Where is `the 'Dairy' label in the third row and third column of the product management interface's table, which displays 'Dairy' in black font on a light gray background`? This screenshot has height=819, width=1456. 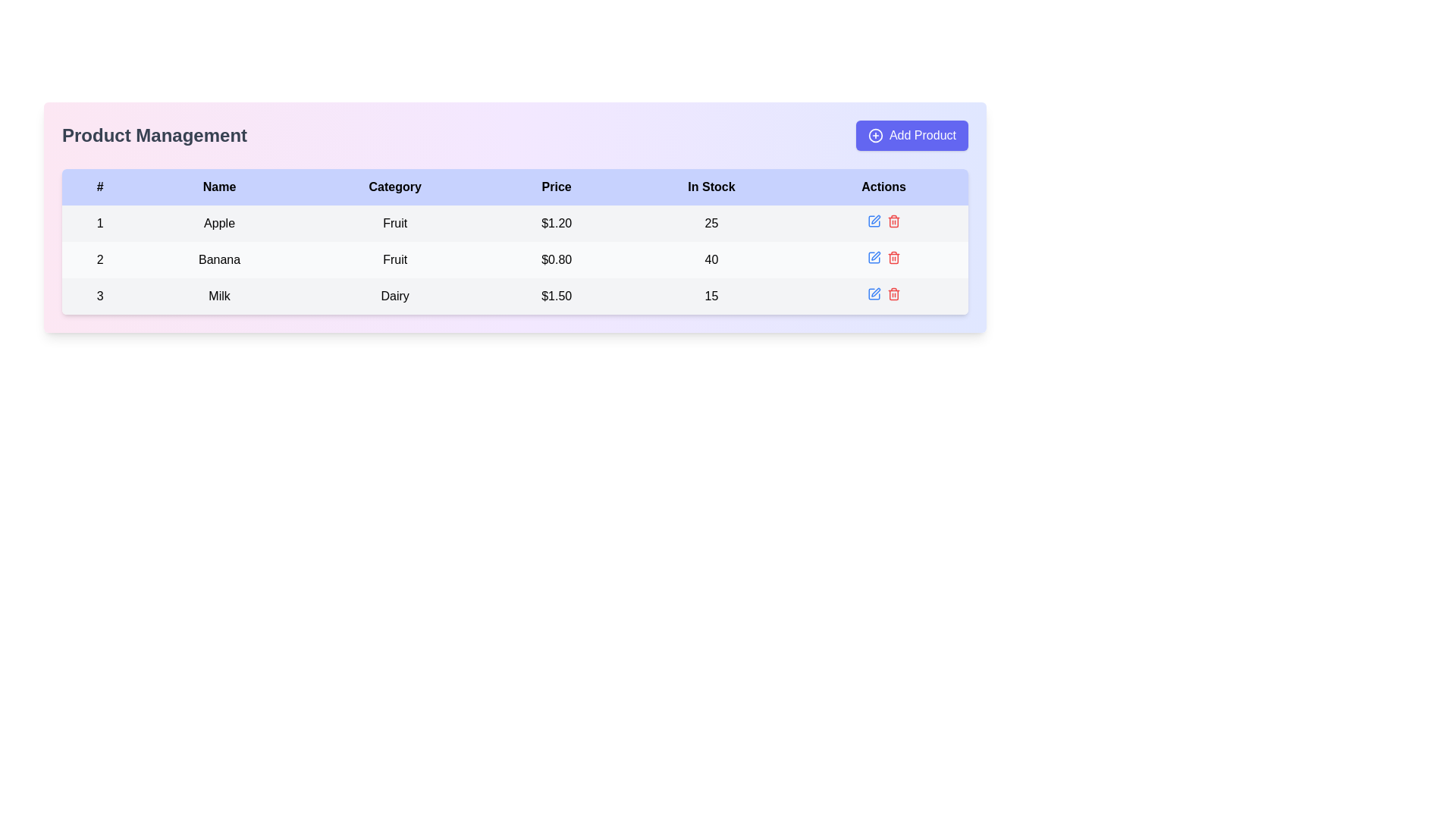 the 'Dairy' label in the third row and third column of the product management interface's table, which displays 'Dairy' in black font on a light gray background is located at coordinates (395, 296).